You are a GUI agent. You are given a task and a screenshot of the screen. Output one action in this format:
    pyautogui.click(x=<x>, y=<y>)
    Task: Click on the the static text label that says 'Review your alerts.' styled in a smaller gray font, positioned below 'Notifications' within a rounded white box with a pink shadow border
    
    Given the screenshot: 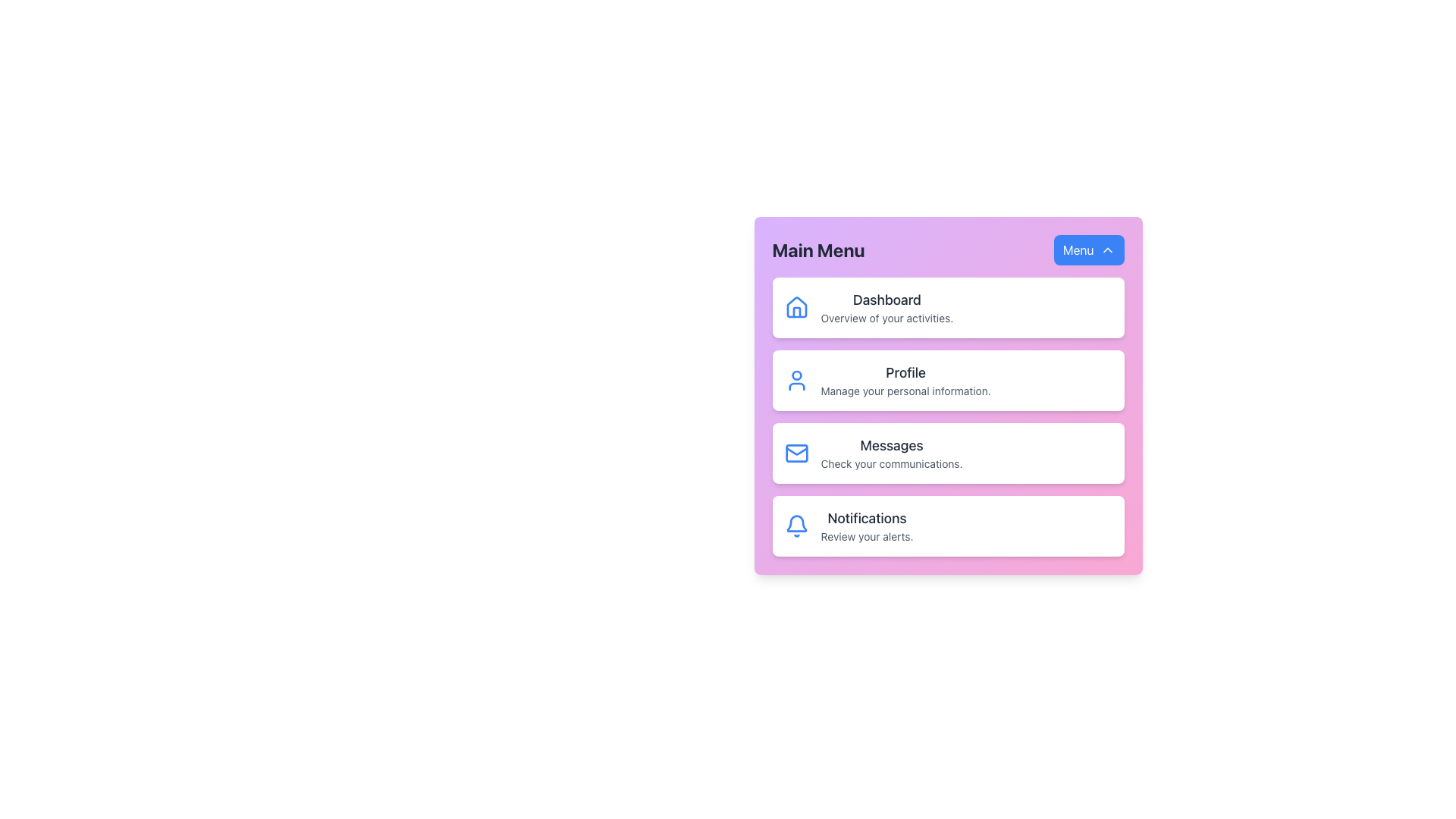 What is the action you would take?
    pyautogui.click(x=867, y=536)
    